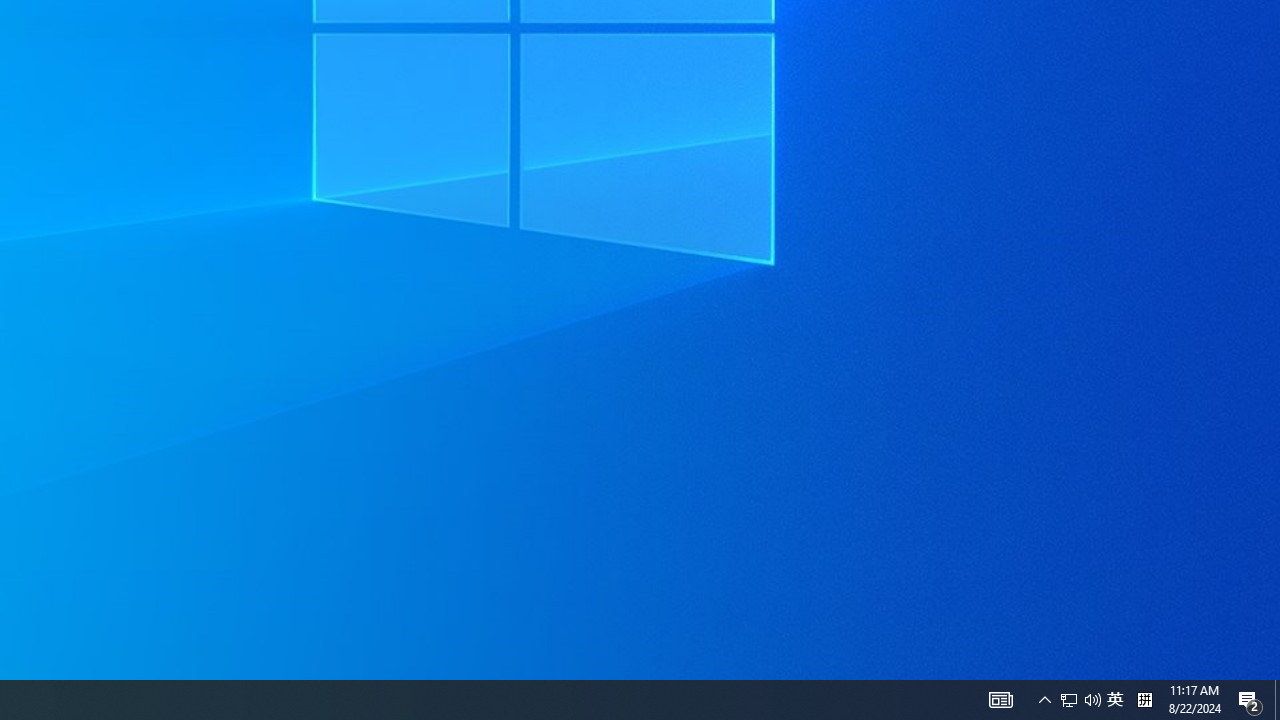  Describe the element at coordinates (1079, 698) in the screenshot. I see `'User Promoted Notification Area'` at that location.